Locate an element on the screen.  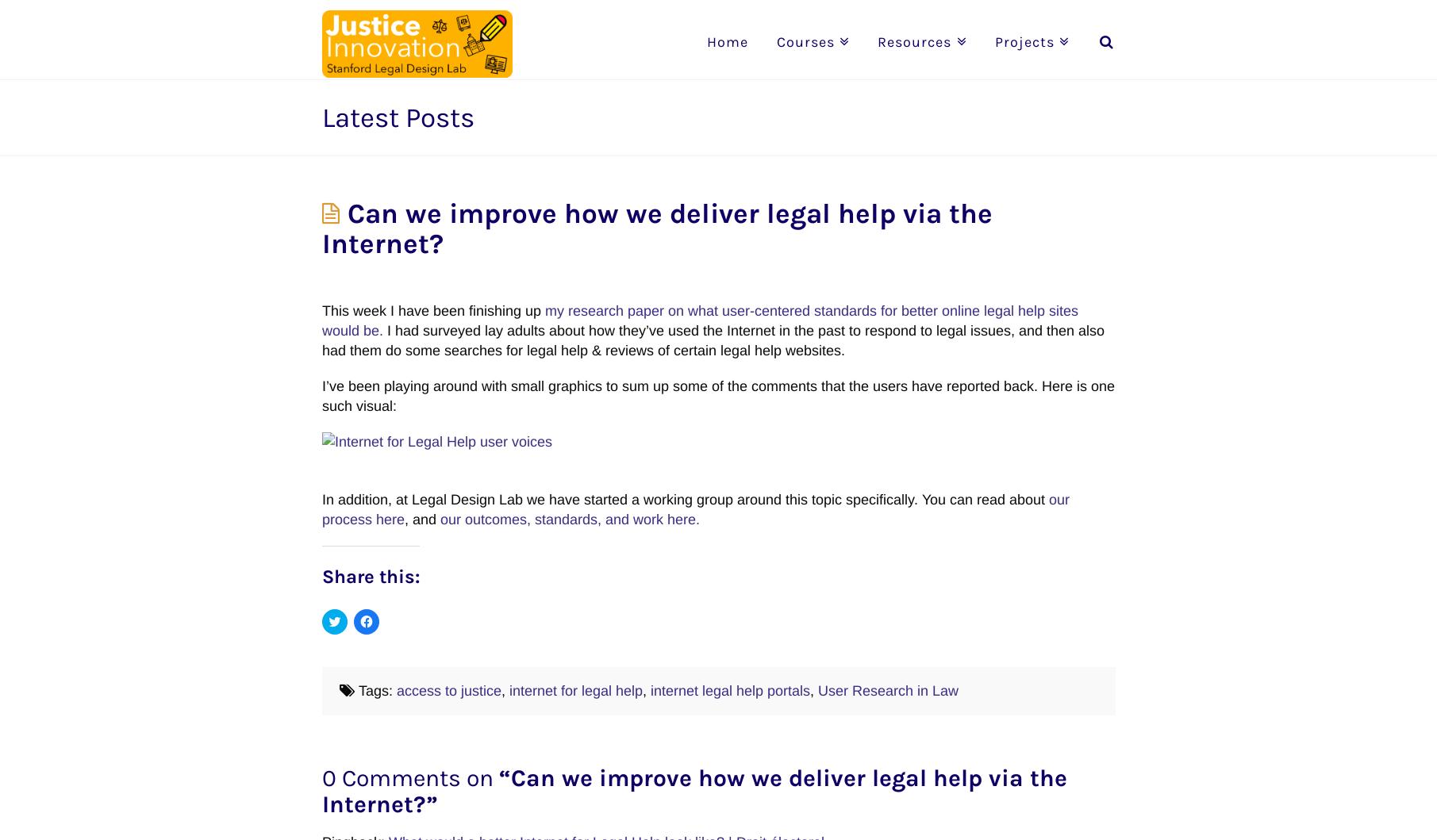
'our outcomes, standards, and work here.' is located at coordinates (568, 519).